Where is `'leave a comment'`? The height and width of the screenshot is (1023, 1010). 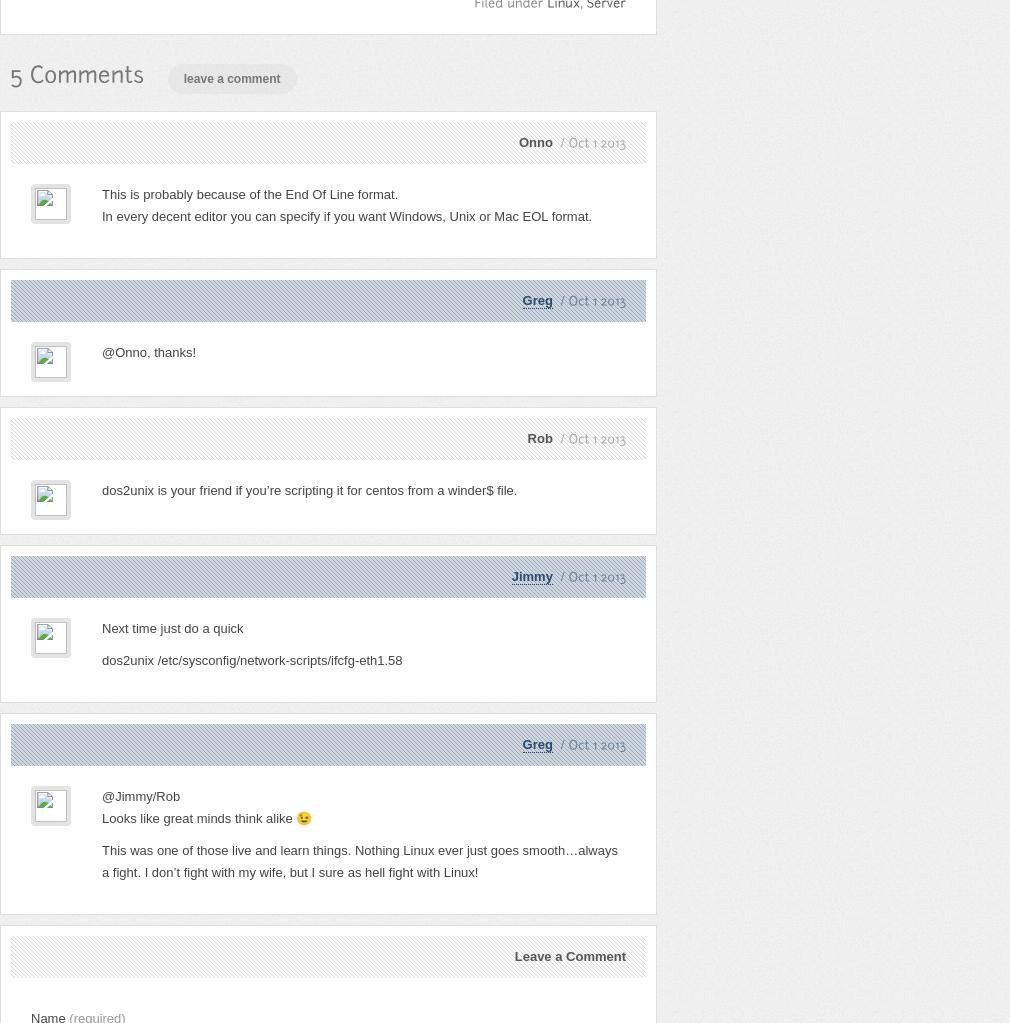 'leave a comment' is located at coordinates (230, 77).